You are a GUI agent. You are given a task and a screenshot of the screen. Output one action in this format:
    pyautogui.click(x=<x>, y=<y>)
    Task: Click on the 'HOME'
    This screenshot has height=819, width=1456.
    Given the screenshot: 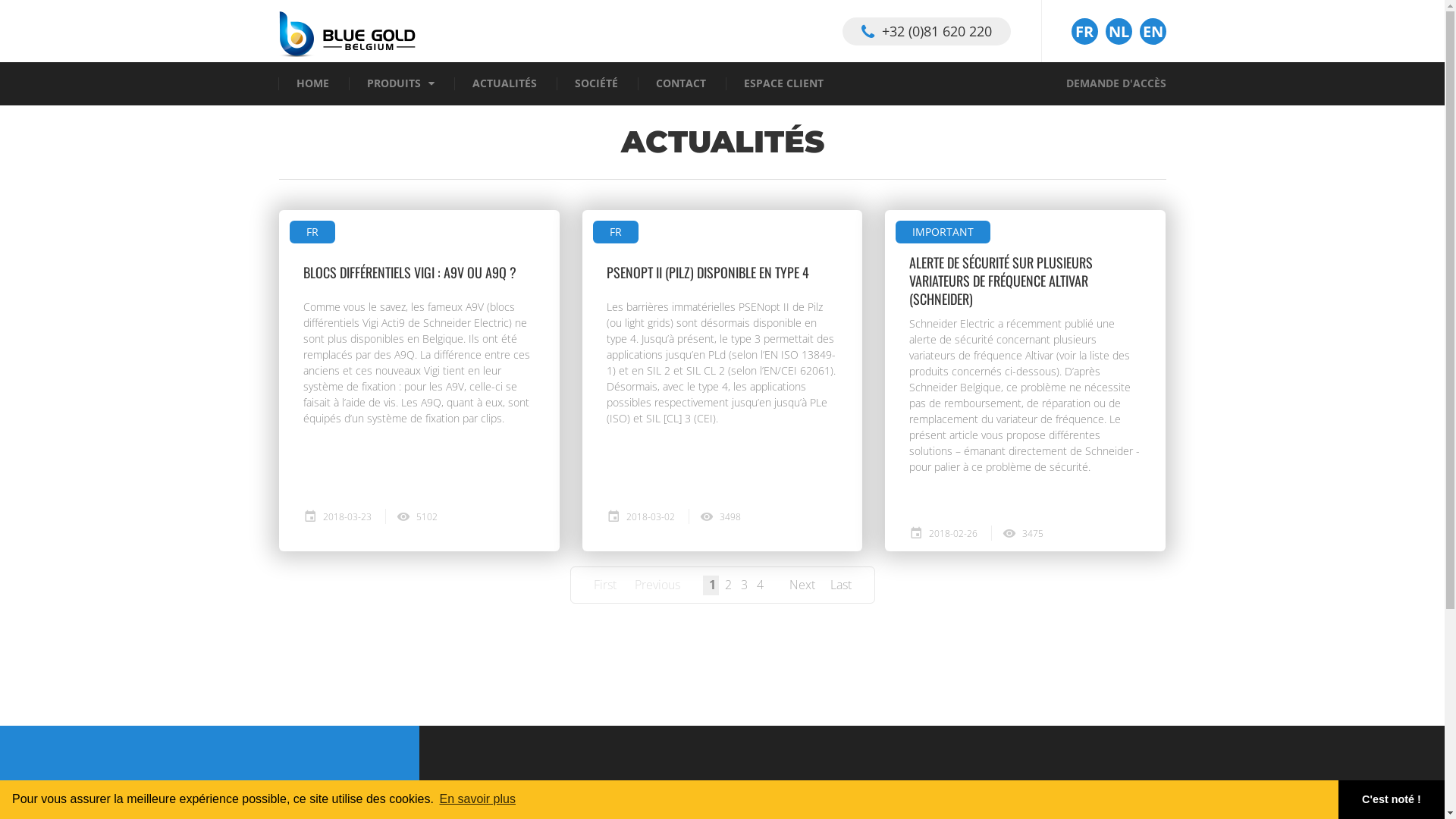 What is the action you would take?
    pyautogui.click(x=299, y=808)
    